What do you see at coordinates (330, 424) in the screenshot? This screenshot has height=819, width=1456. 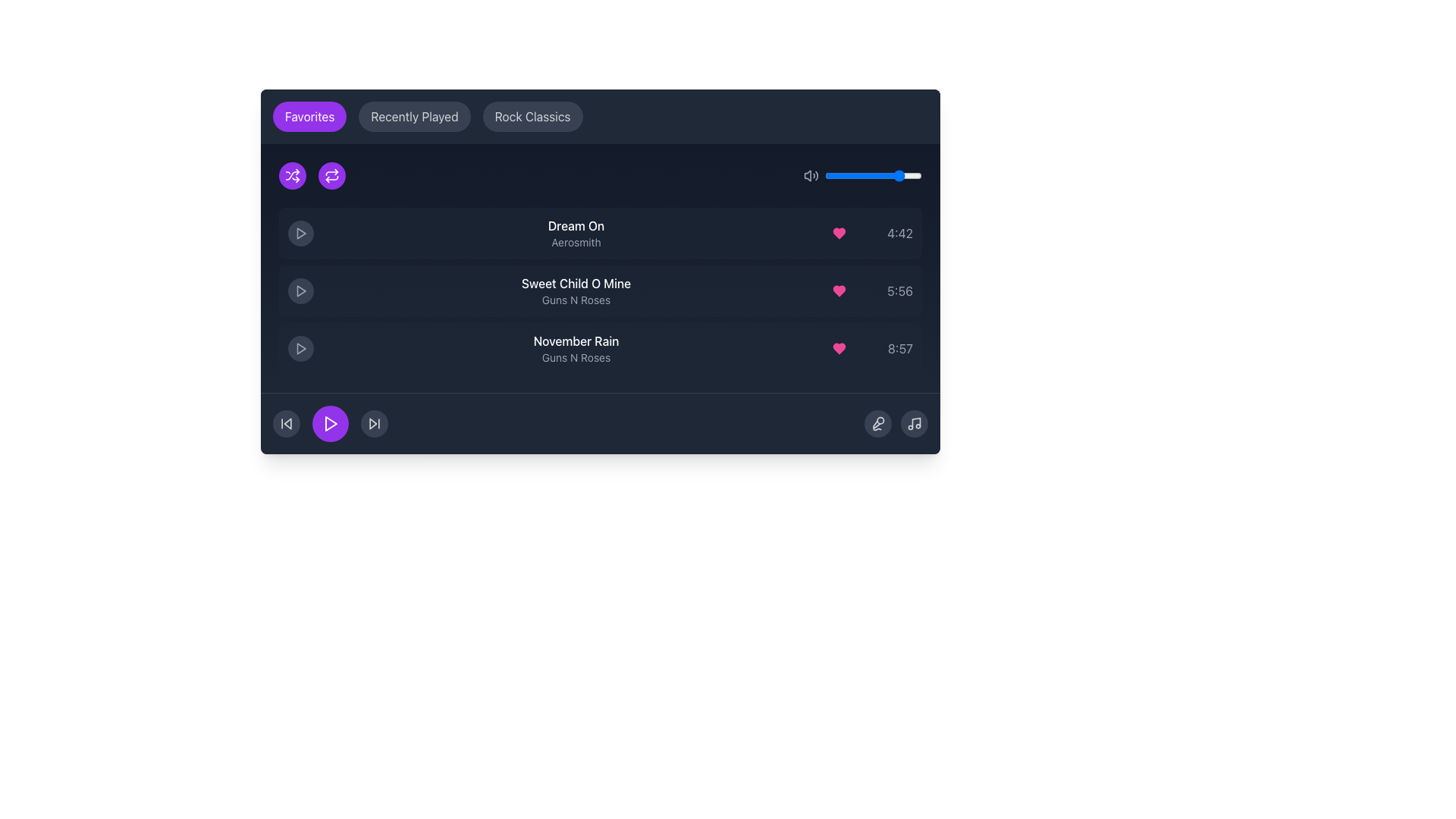 I see `the playback button located among the bottom control icons of the music player interface` at bounding box center [330, 424].